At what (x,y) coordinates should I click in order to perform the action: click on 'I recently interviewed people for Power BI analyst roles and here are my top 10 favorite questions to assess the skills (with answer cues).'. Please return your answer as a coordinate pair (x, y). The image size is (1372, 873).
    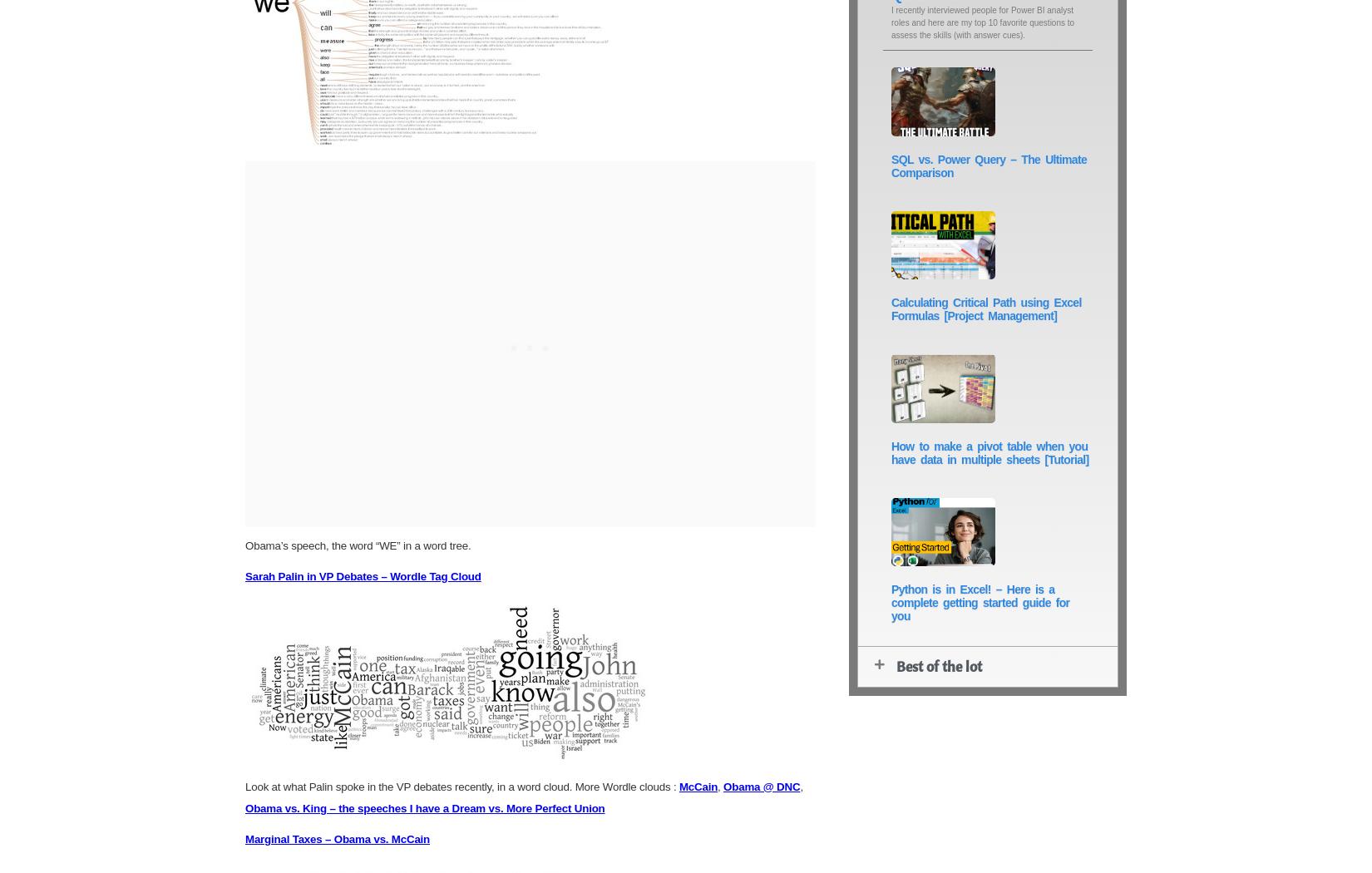
    Looking at the image, I should click on (982, 22).